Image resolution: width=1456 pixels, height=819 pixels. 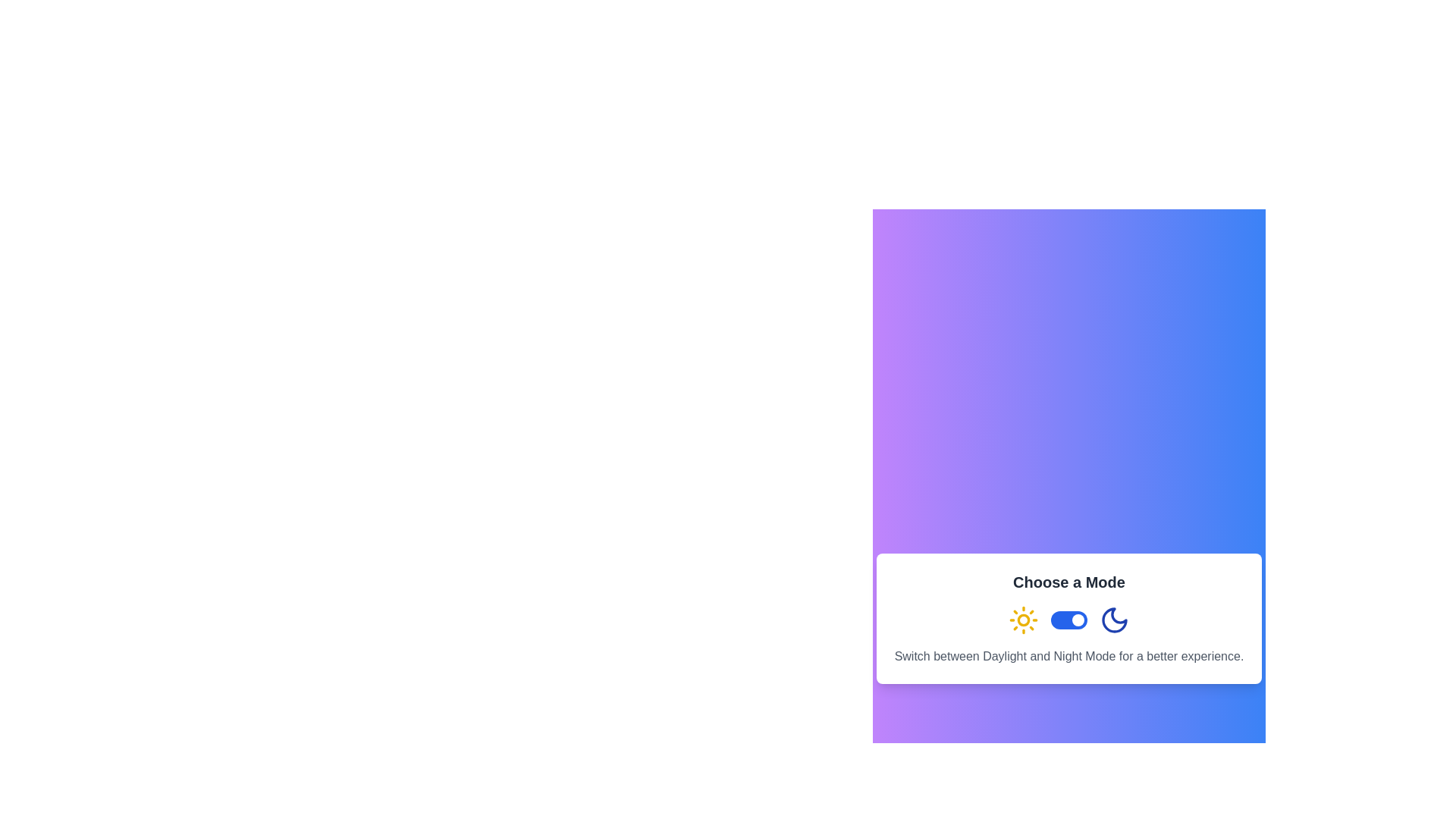 I want to click on the moon-shaped icon styled in blue, which is located immediately to the right of the toggle switch, representing the night mode theme, so click(x=1114, y=620).